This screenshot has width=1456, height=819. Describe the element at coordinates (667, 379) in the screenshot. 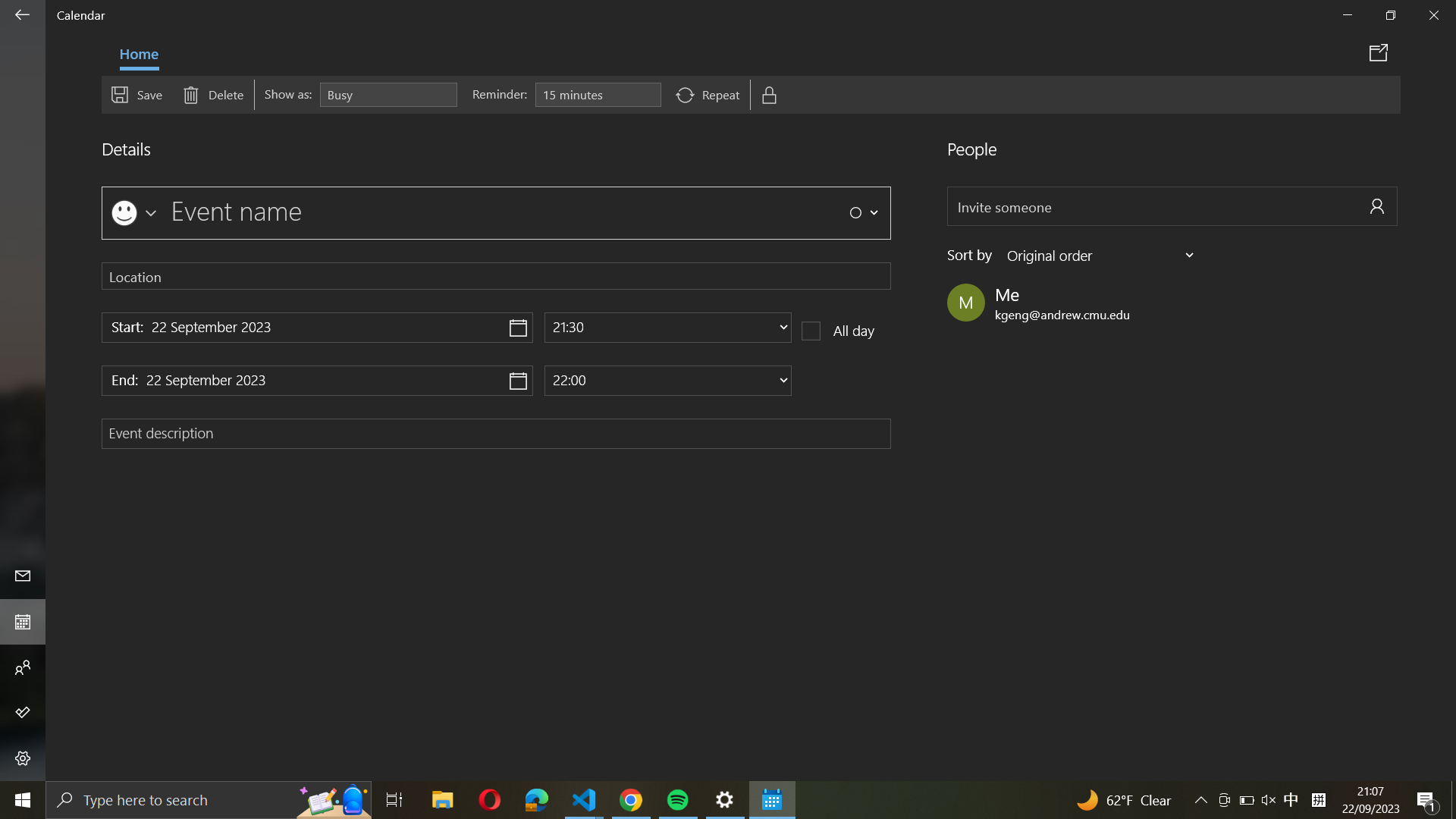

I see `event end time to 10:00 AM` at that location.